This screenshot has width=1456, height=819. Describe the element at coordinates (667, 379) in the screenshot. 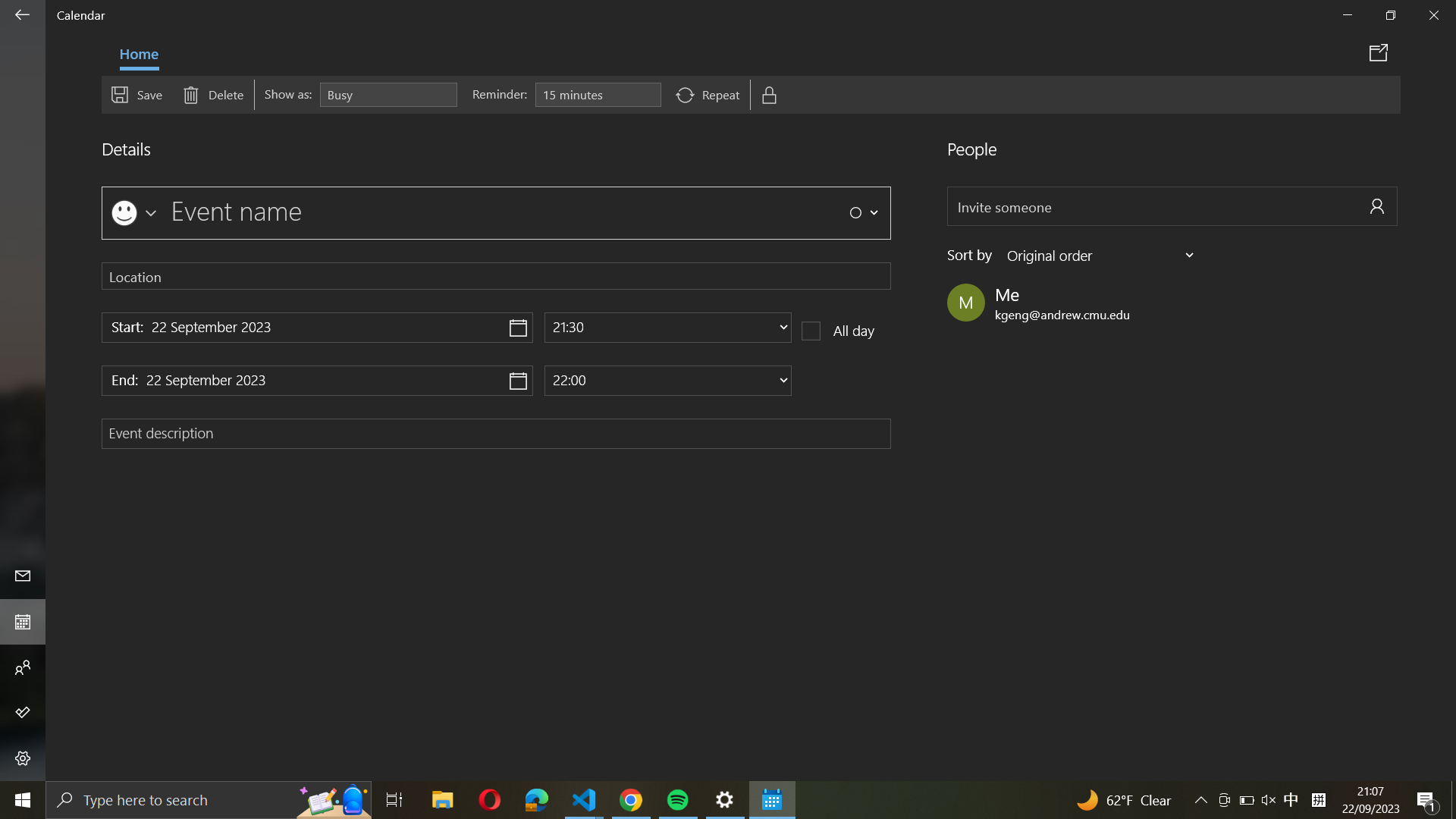

I see `event end time to 10:00 AM` at that location.